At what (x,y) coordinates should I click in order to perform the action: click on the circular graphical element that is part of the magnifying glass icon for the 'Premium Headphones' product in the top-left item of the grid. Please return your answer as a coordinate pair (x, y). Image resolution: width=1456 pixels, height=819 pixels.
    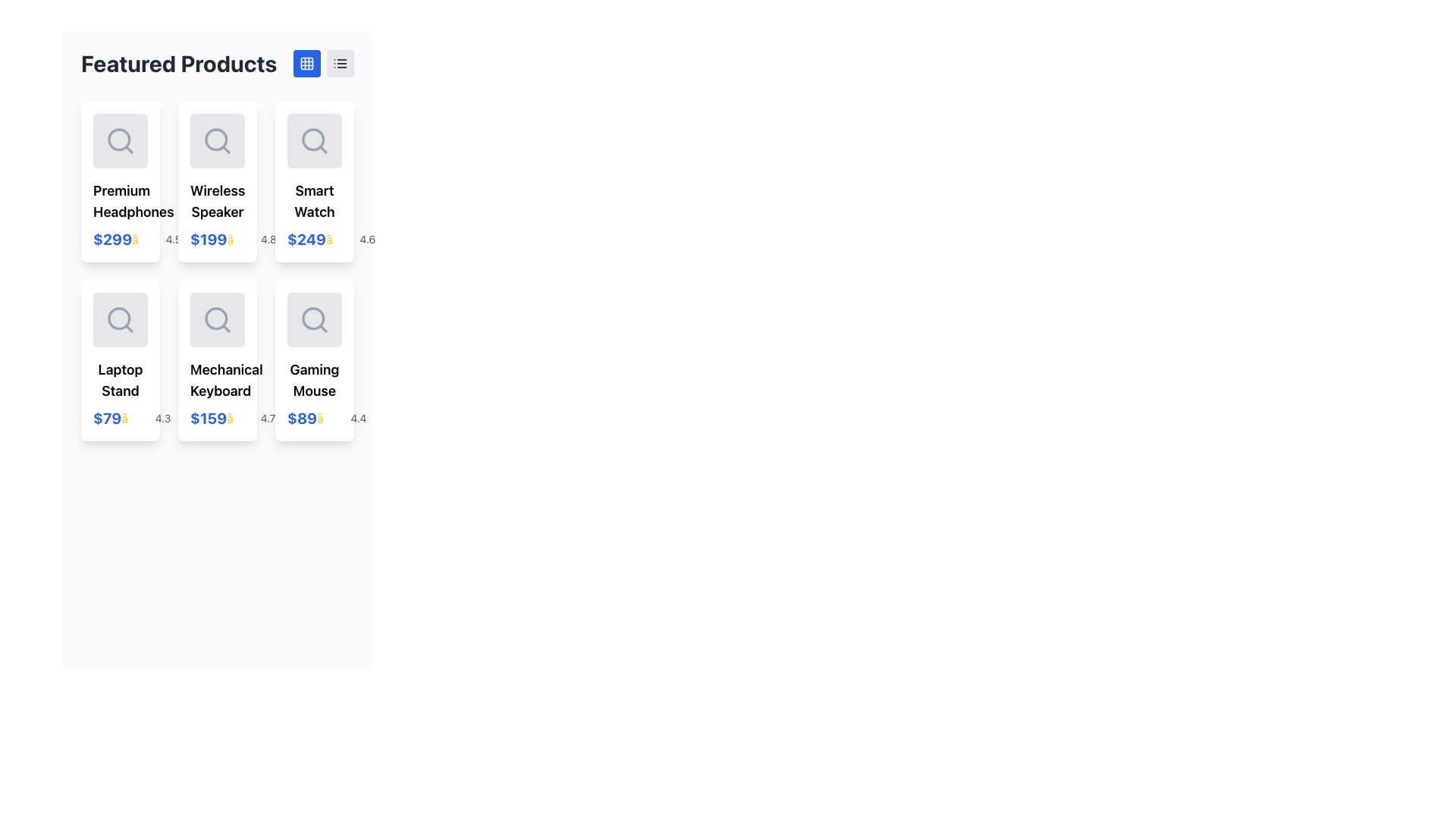
    Looking at the image, I should click on (118, 140).